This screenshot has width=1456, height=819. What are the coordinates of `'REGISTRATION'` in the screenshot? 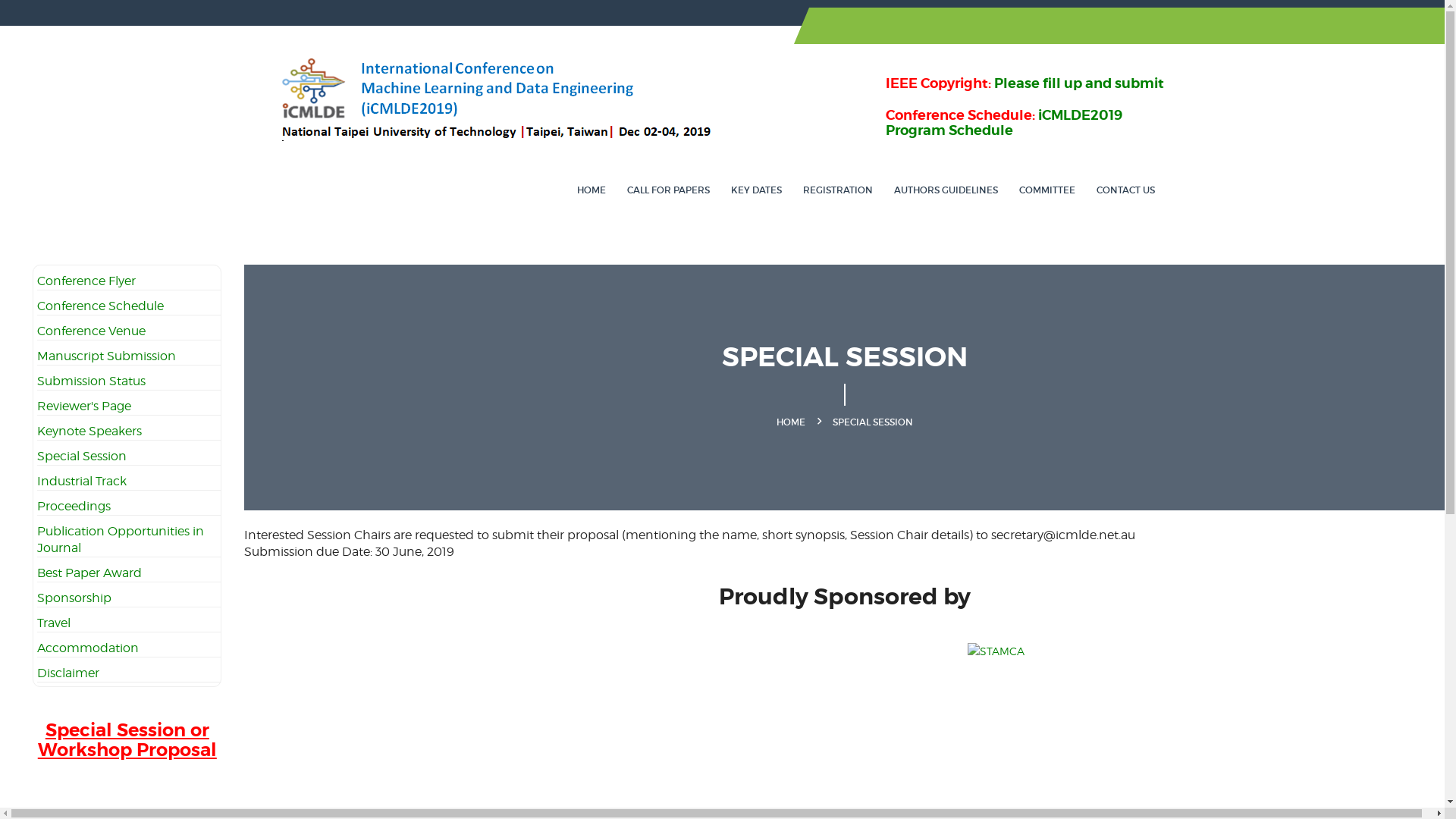 It's located at (801, 189).